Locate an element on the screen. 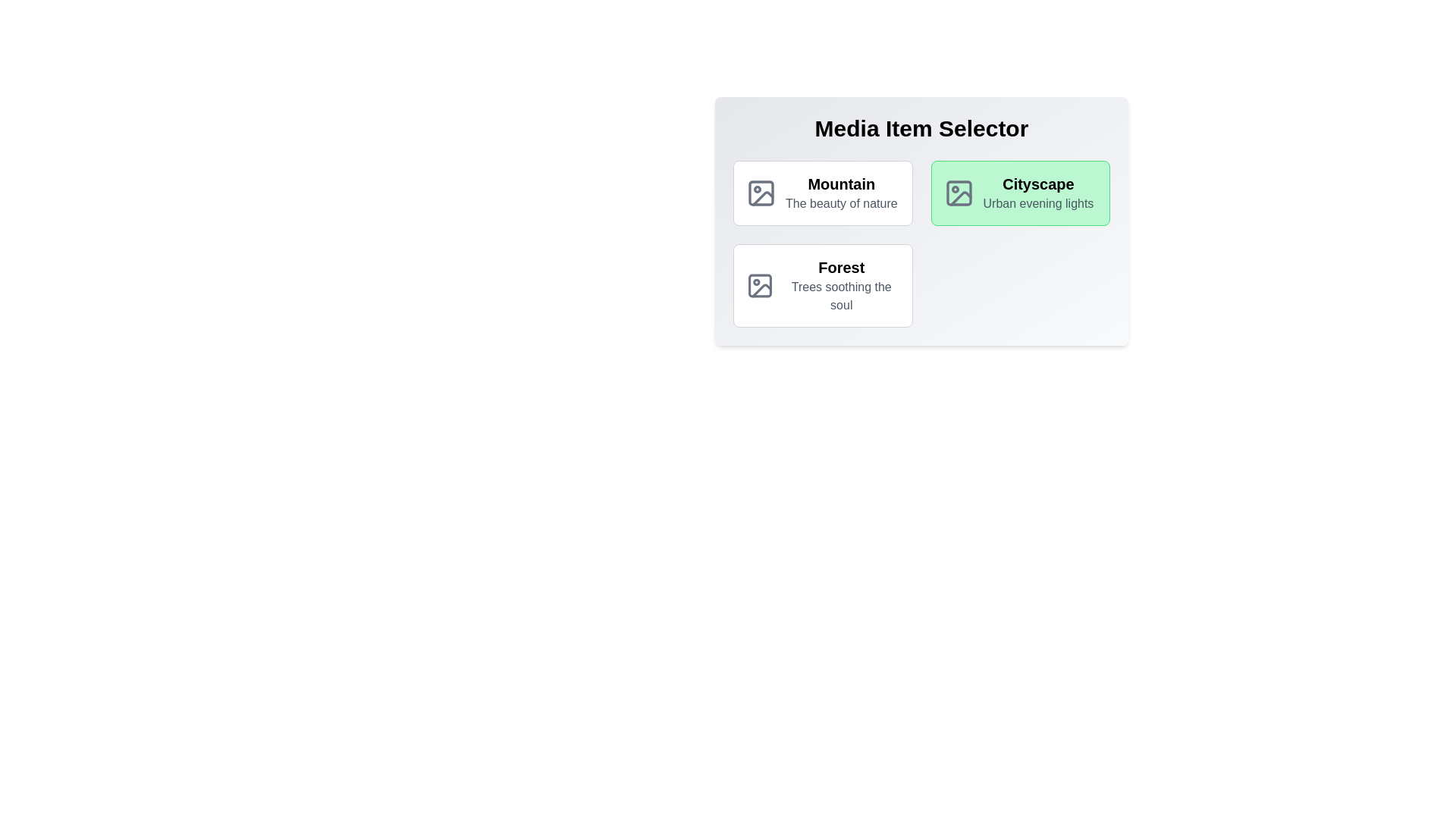  the media item Mountain to observe the scaling effect is located at coordinates (822, 192).